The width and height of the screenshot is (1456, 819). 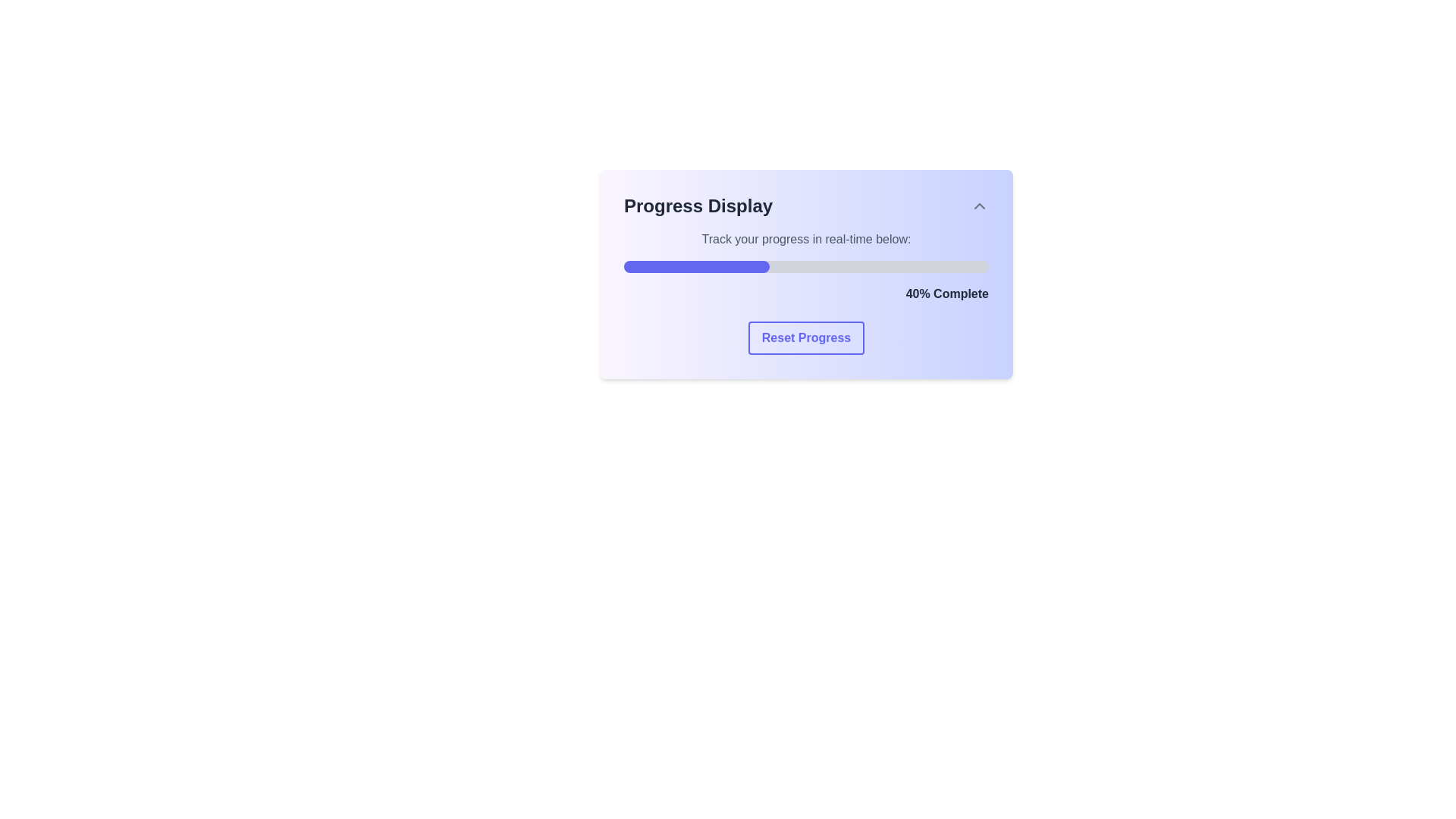 What do you see at coordinates (698, 206) in the screenshot?
I see `the title or header text display located in the upper-left corner of the progress tracking section` at bounding box center [698, 206].